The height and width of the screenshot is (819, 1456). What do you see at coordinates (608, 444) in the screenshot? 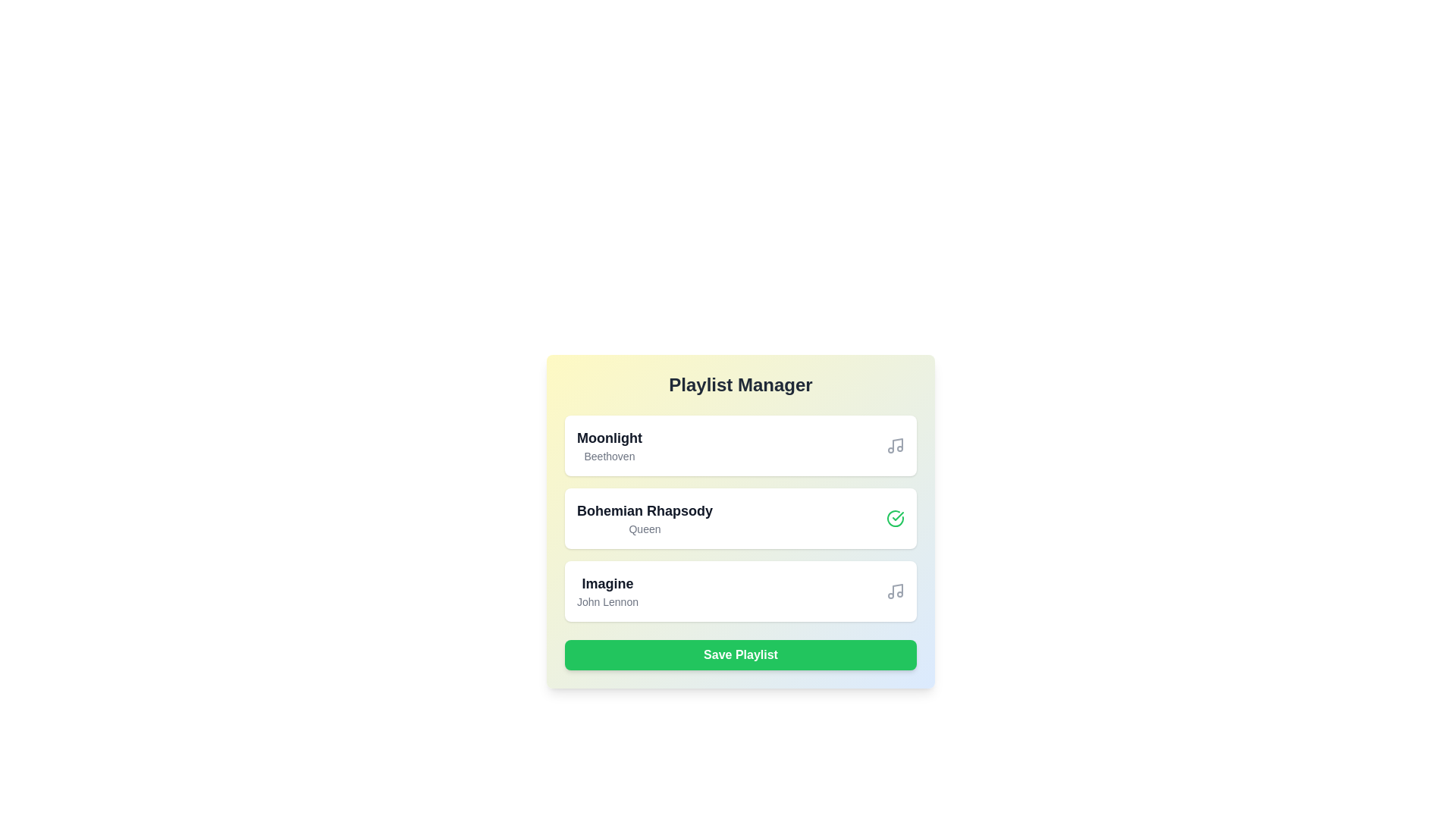
I see `the song titled 'Moonlight' to inspect its details` at bounding box center [608, 444].